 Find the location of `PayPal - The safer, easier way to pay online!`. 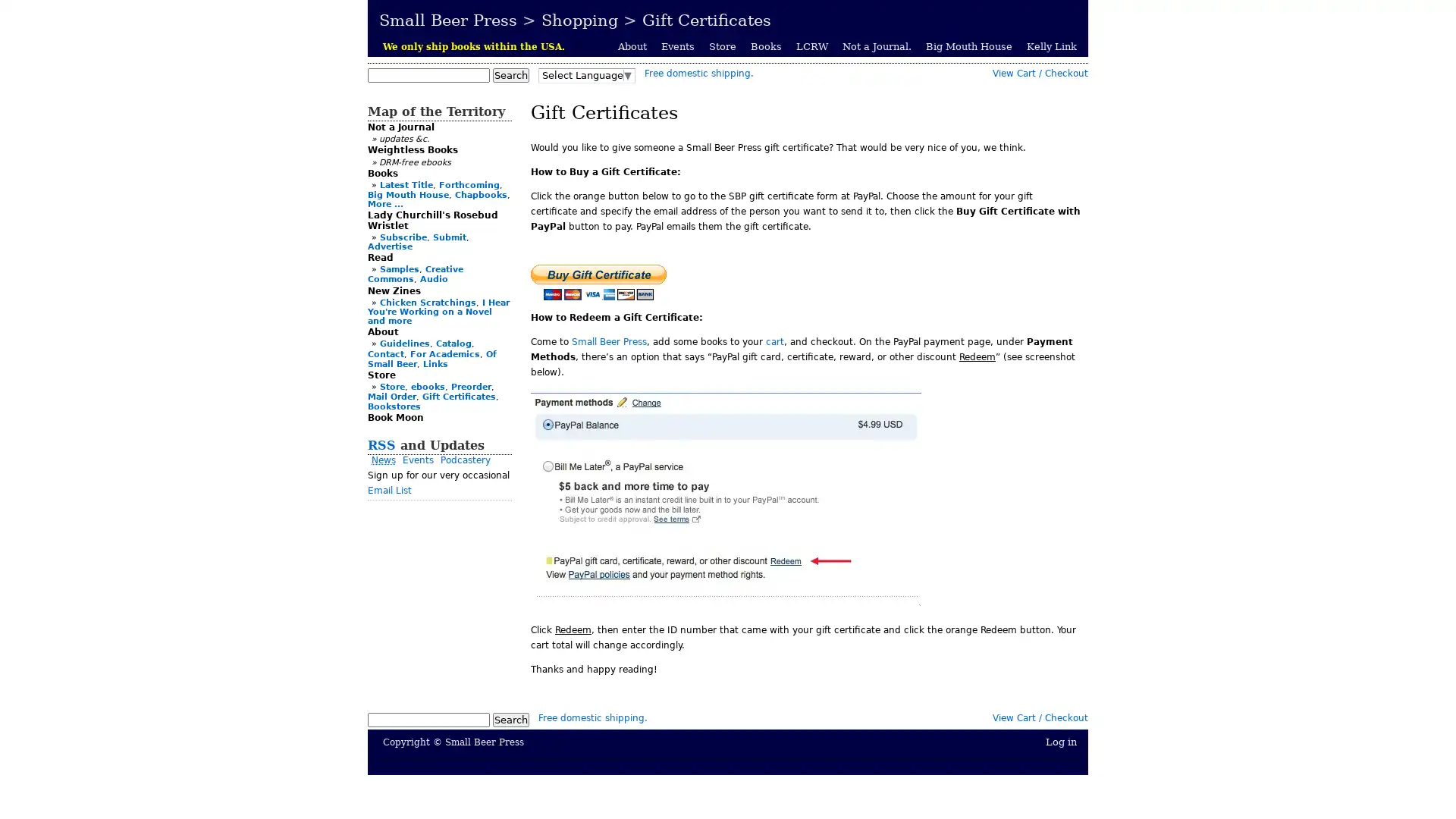

PayPal - The safer, easier way to pay online! is located at coordinates (598, 282).